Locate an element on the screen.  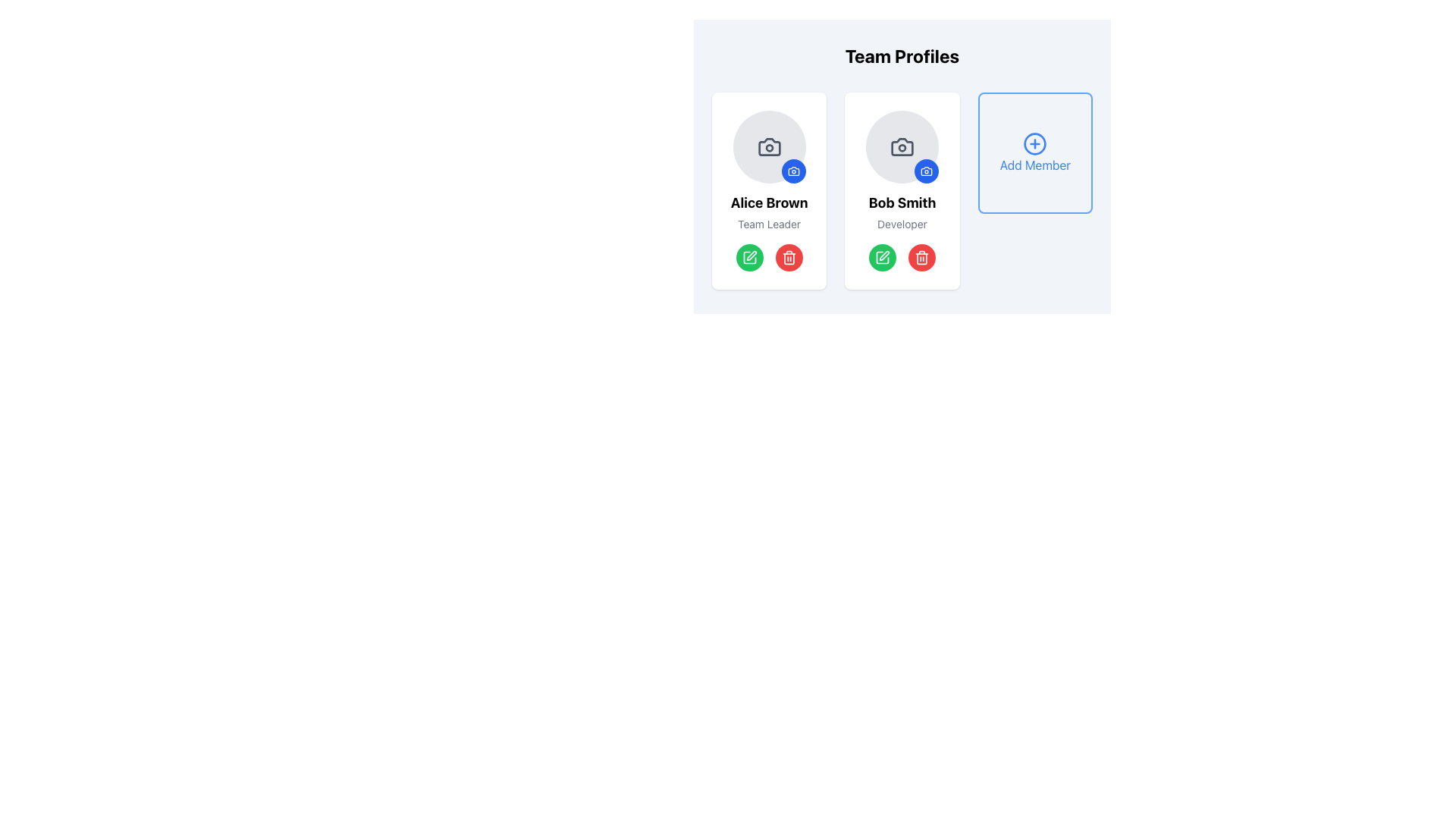
the camera icon representing photography in the left profile card of the 'Team Profiles' section for the first card labeled 'Alice Brown' is located at coordinates (769, 146).